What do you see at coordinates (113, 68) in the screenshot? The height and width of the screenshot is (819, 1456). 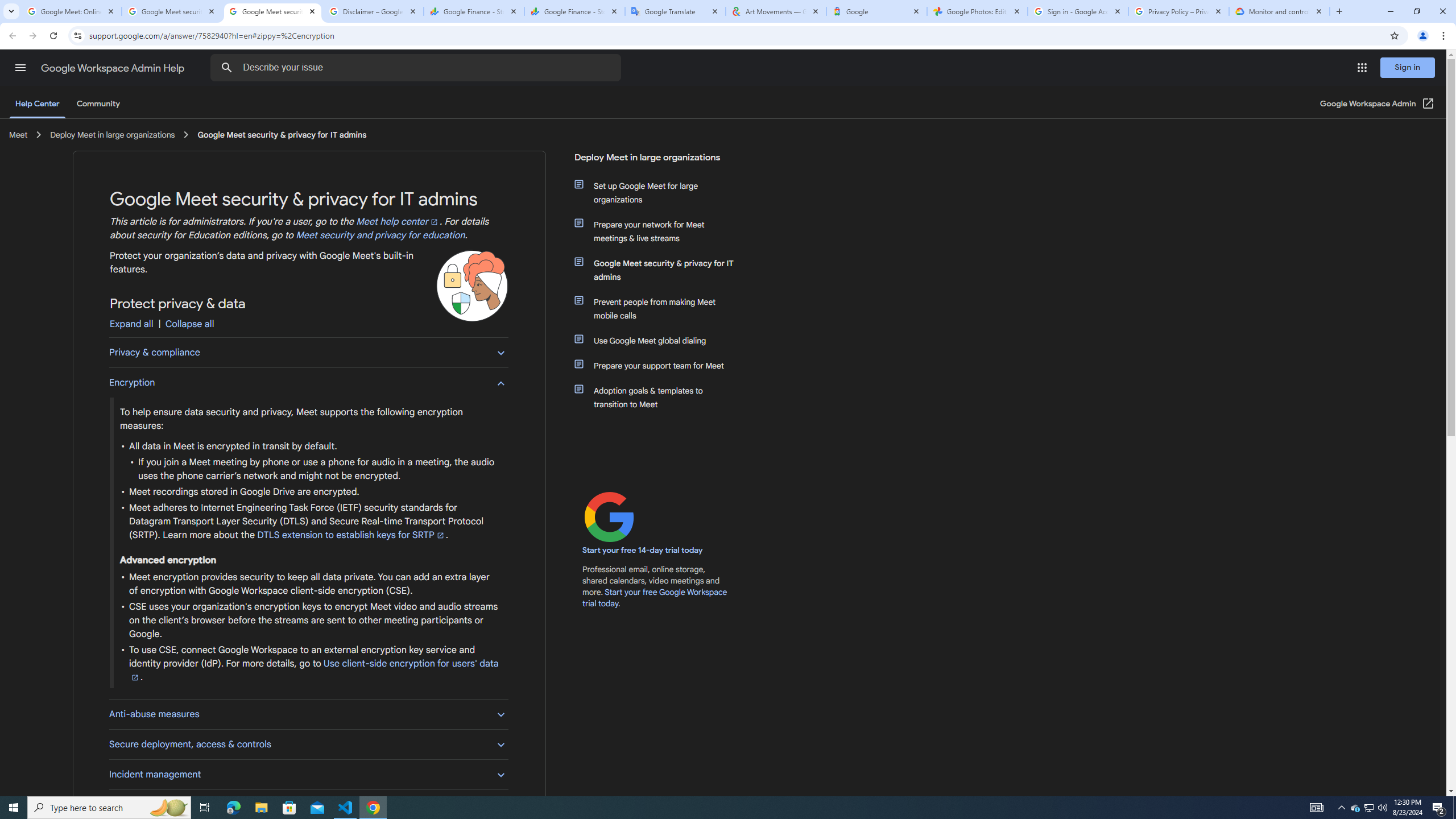 I see `'Google Workspace Admin Help'` at bounding box center [113, 68].